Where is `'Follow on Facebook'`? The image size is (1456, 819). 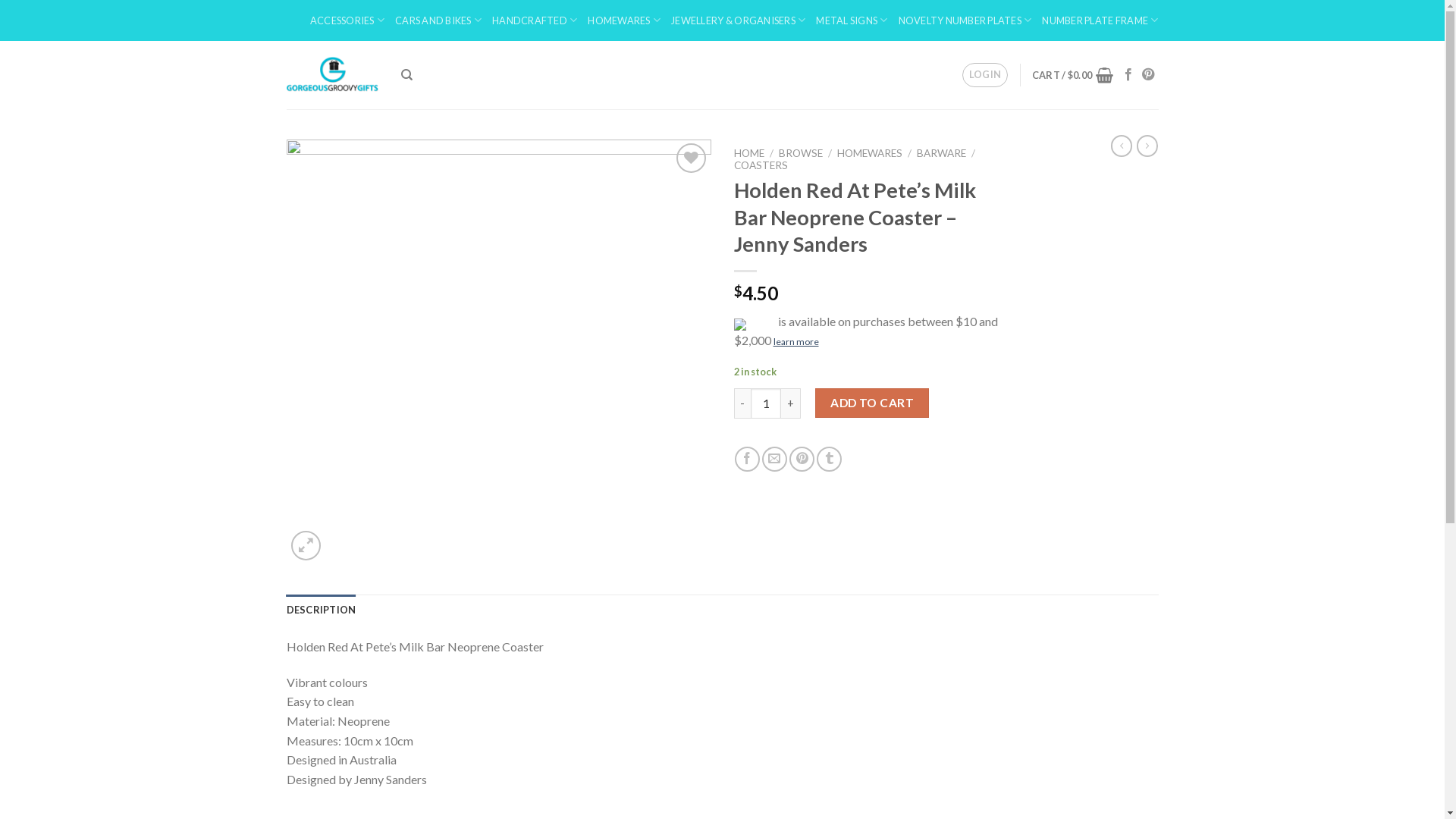
'Follow on Facebook' is located at coordinates (1128, 75).